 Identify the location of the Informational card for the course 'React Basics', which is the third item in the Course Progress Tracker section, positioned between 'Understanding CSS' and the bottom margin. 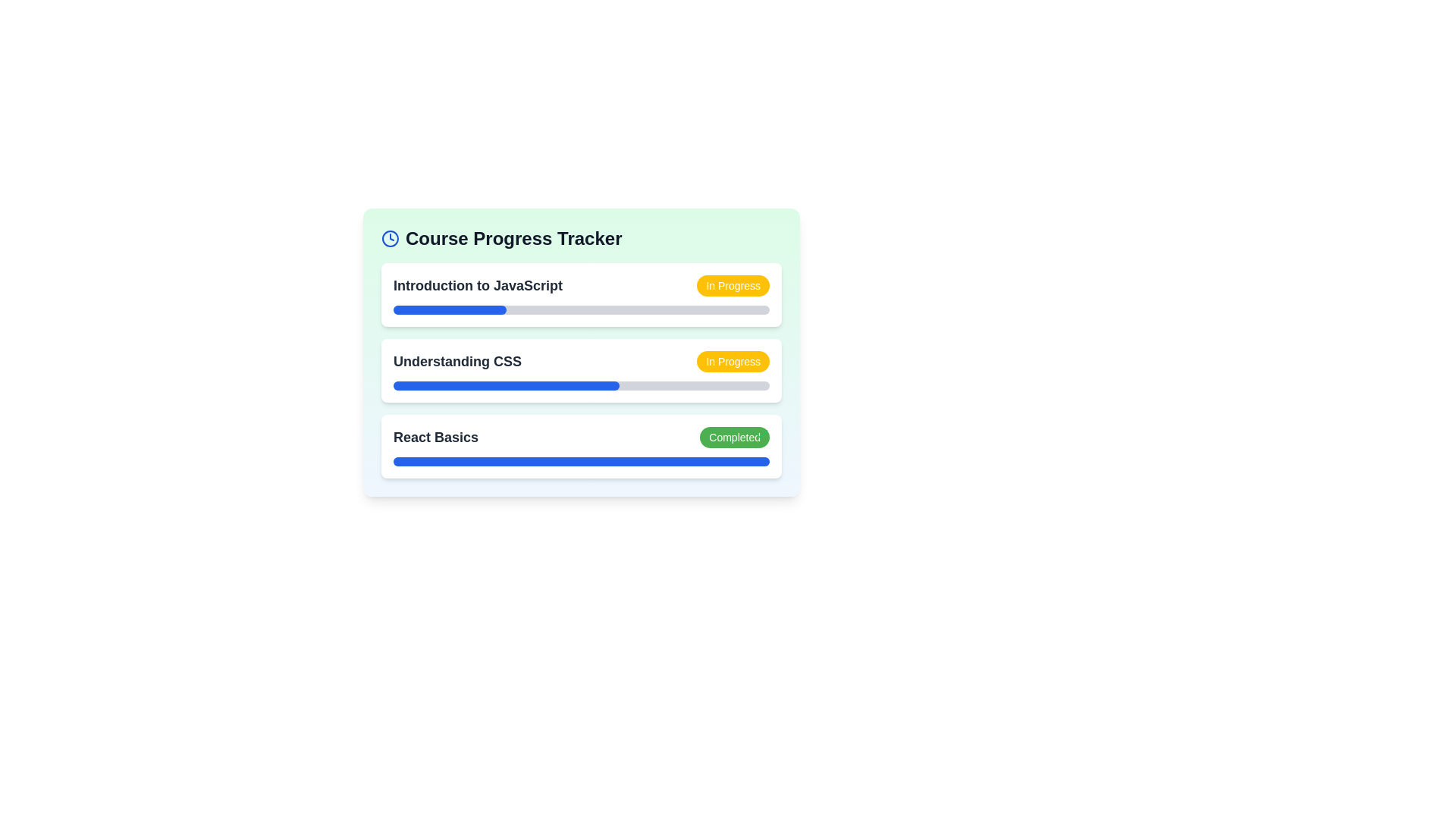
(581, 446).